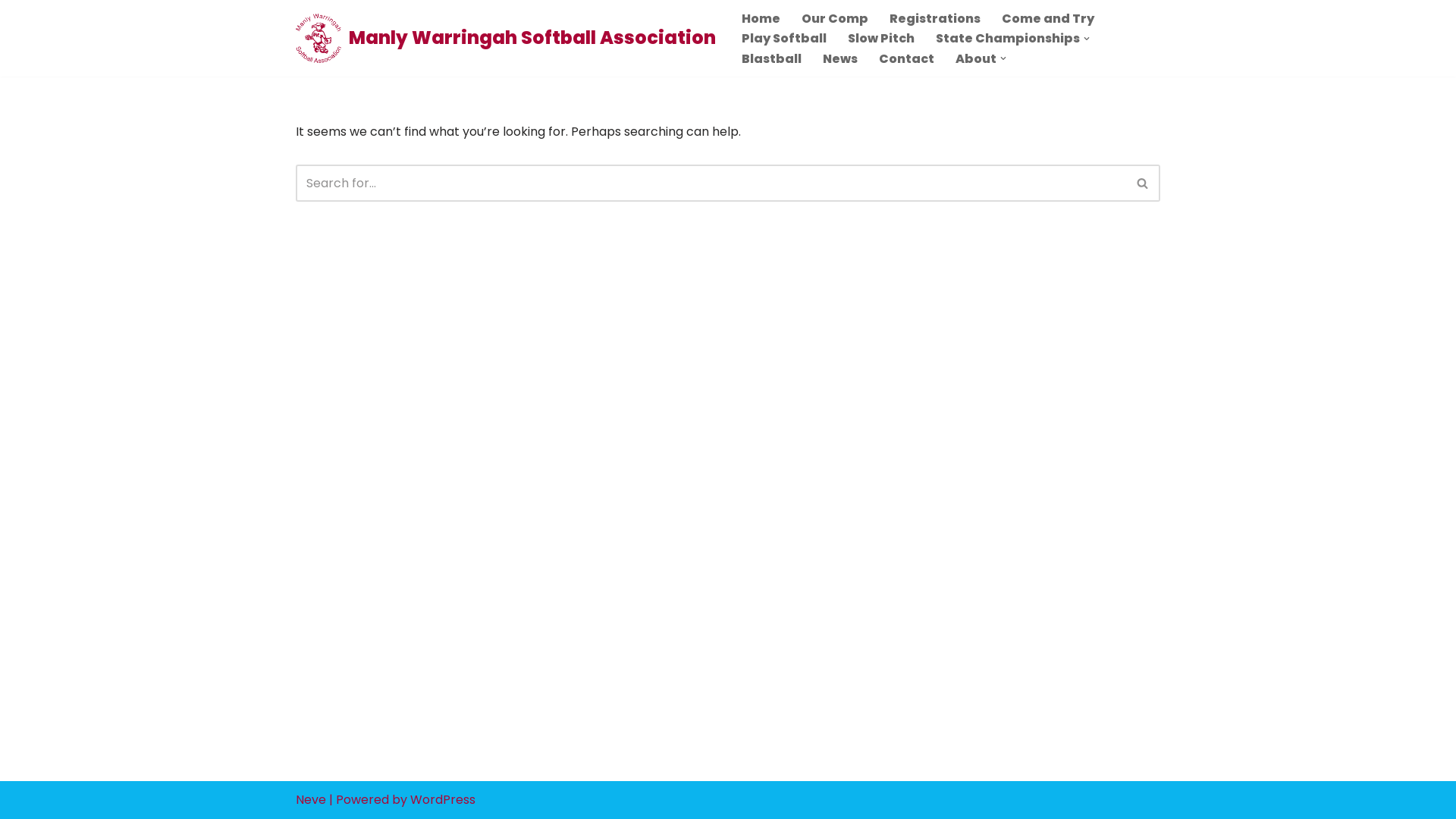 The width and height of the screenshot is (1456, 819). Describe the element at coordinates (11, 32) in the screenshot. I see `'Skip to content'` at that location.